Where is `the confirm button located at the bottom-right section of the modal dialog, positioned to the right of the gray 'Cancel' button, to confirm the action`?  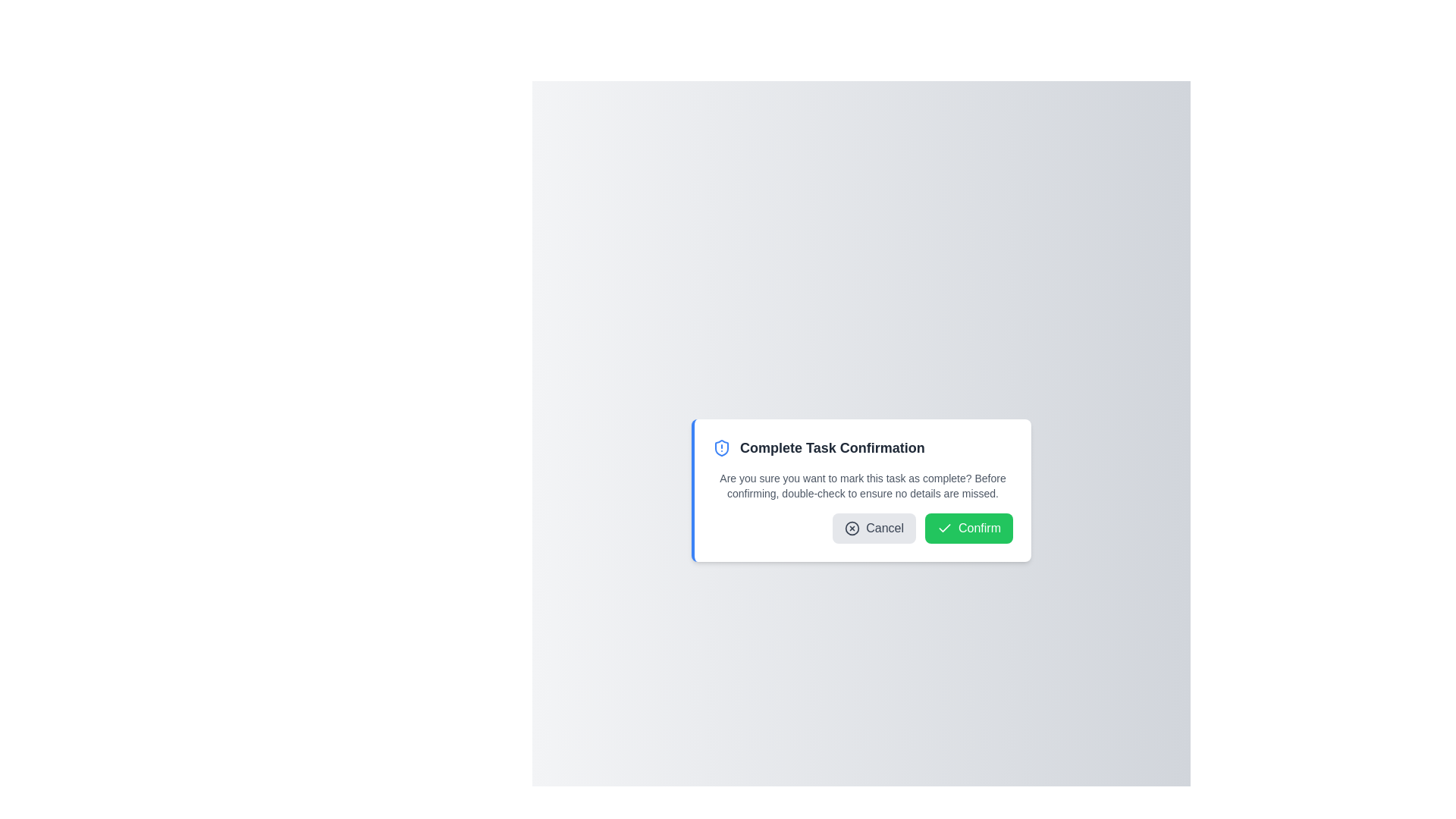
the confirm button located at the bottom-right section of the modal dialog, positioned to the right of the gray 'Cancel' button, to confirm the action is located at coordinates (968, 528).